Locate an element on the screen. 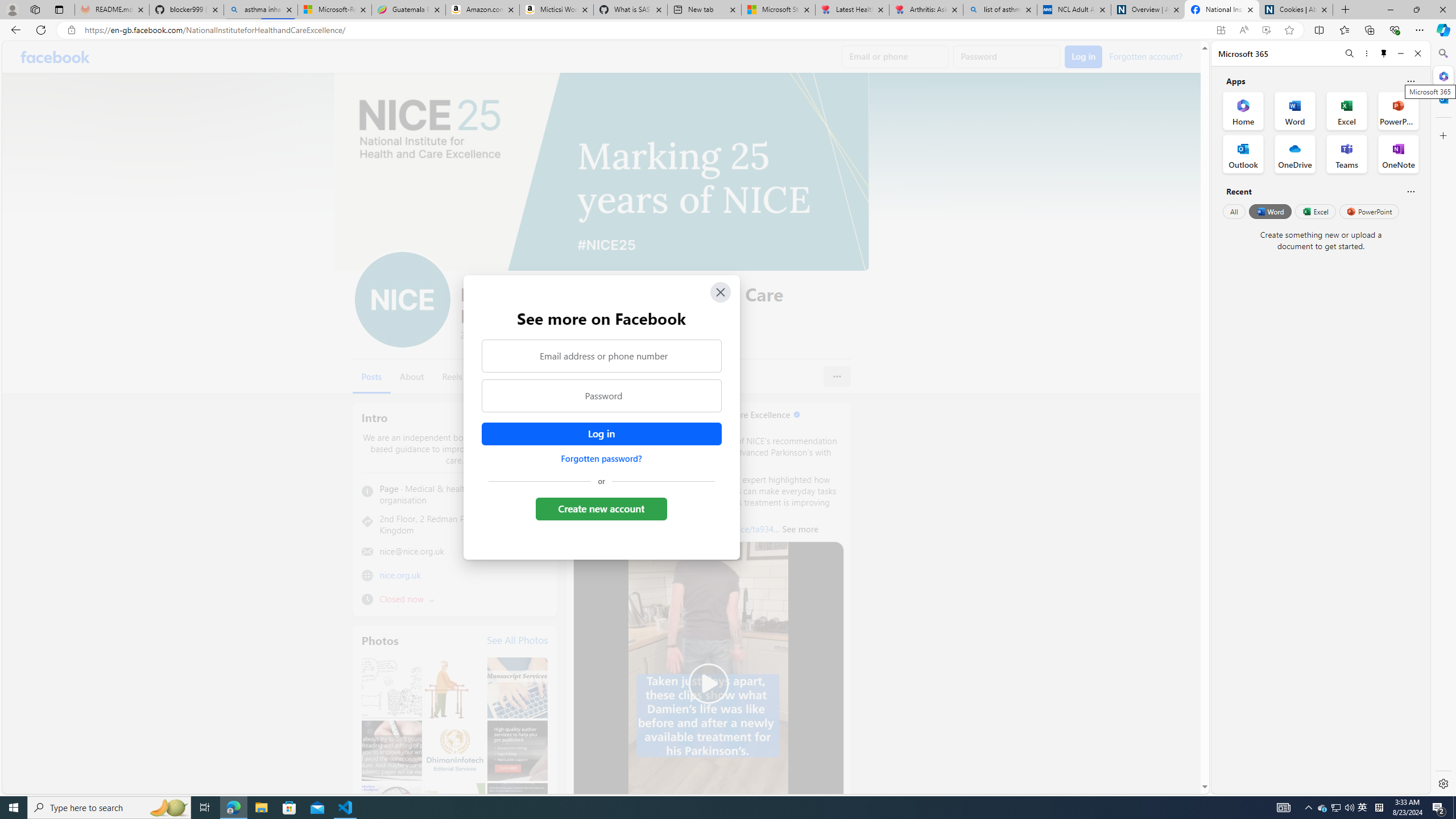 The image size is (1456, 819). 'Email address or phone number' is located at coordinates (601, 355).